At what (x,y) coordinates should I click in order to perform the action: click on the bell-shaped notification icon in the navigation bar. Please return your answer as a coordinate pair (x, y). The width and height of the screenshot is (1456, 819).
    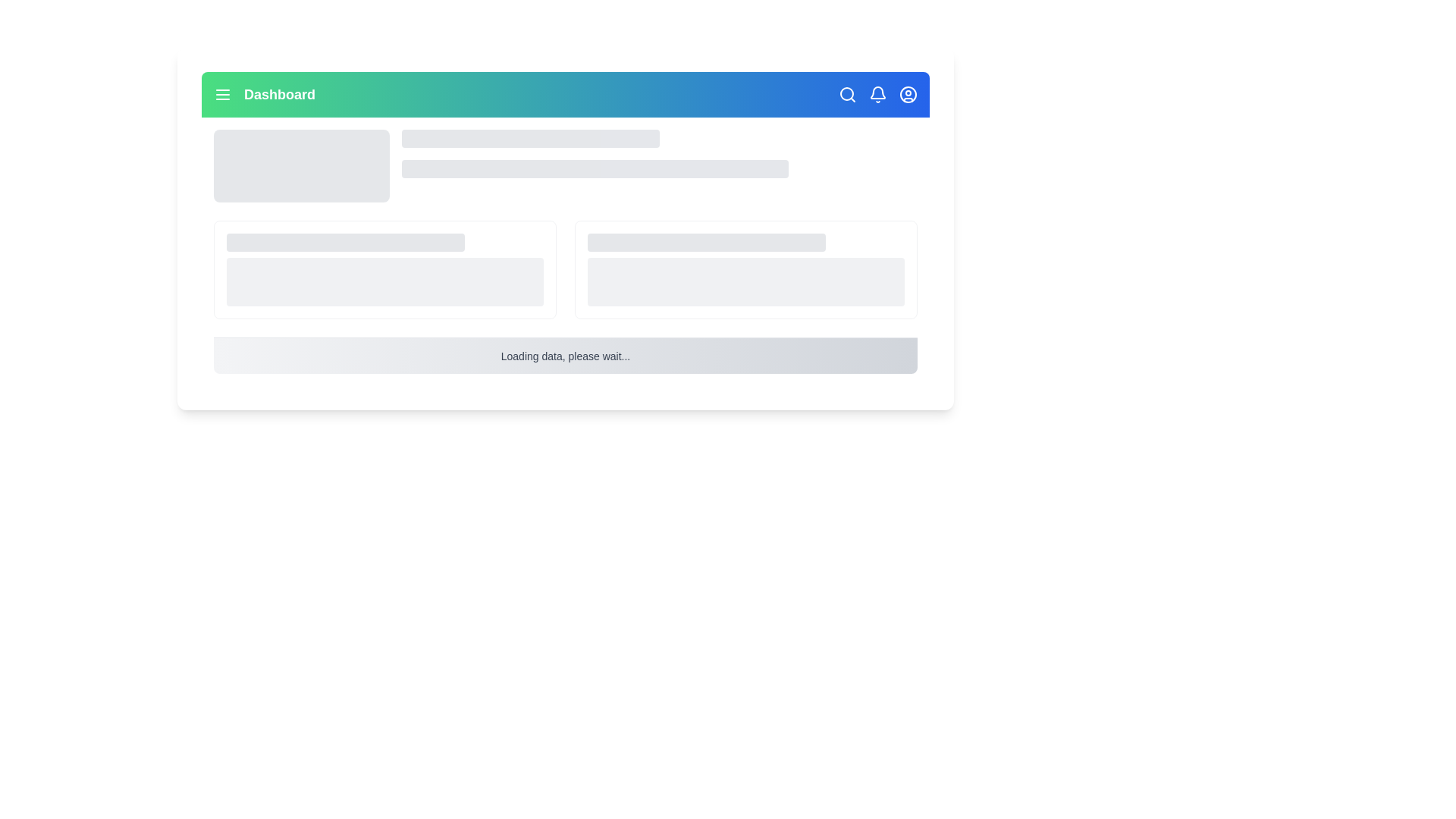
    Looking at the image, I should click on (877, 94).